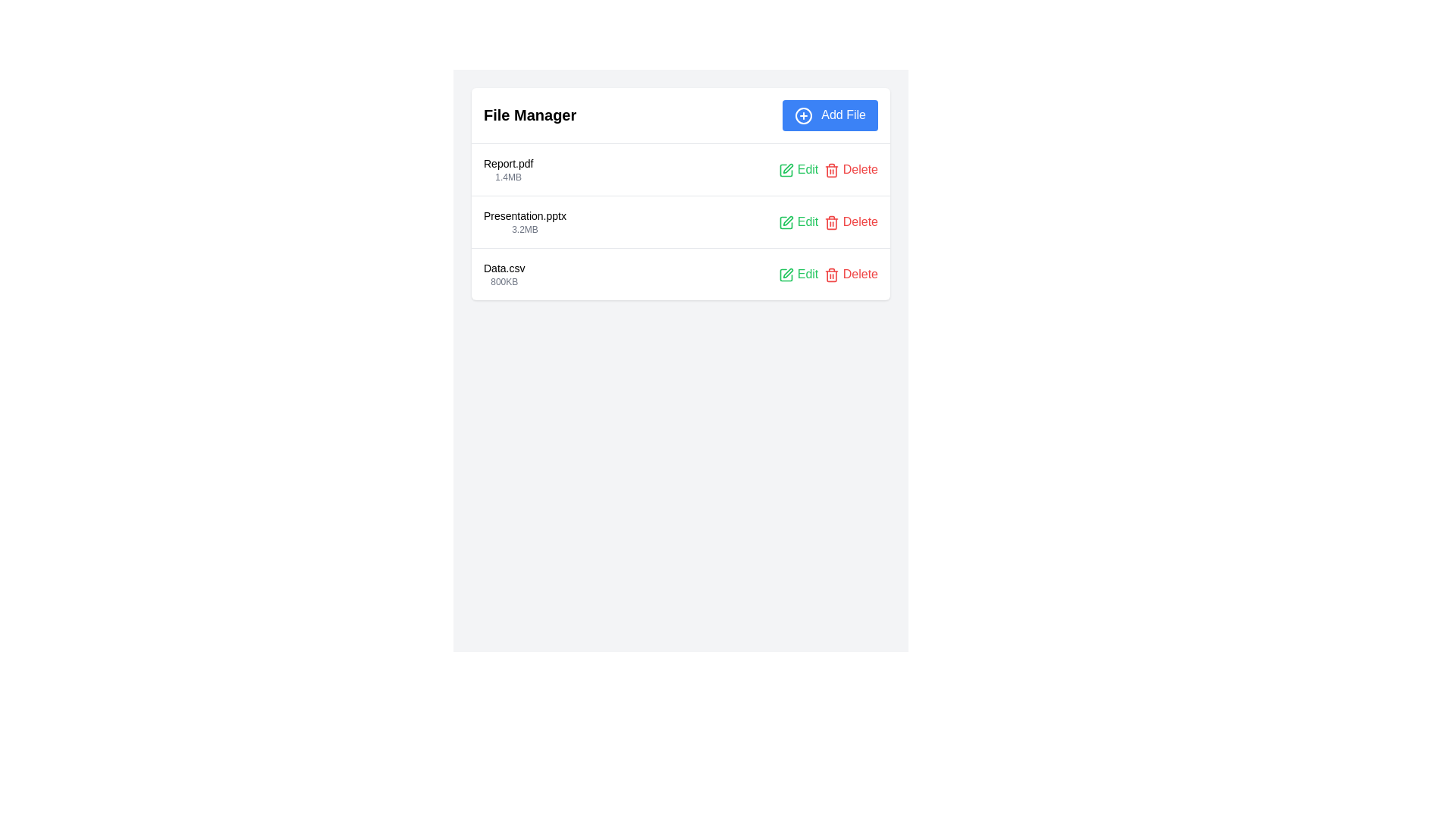 The width and height of the screenshot is (1456, 819). Describe the element at coordinates (851, 221) in the screenshot. I see `the 'Delete' link, which is styled in red font and accompanied by a trash can icon, located next to the 'Presentation.pptx' file entry in the File Manager interface` at that location.